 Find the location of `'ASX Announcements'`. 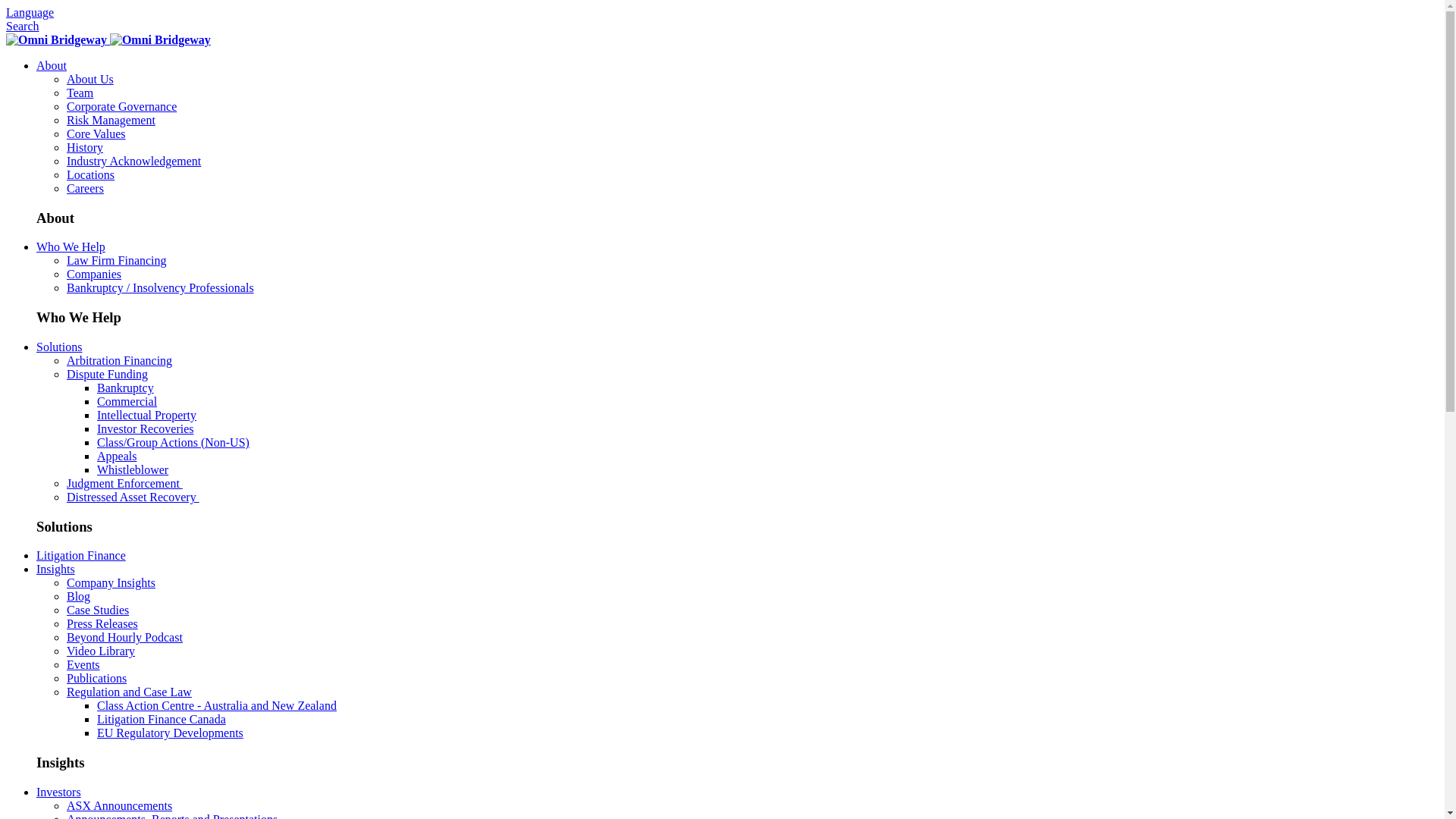

'ASX Announcements' is located at coordinates (118, 805).